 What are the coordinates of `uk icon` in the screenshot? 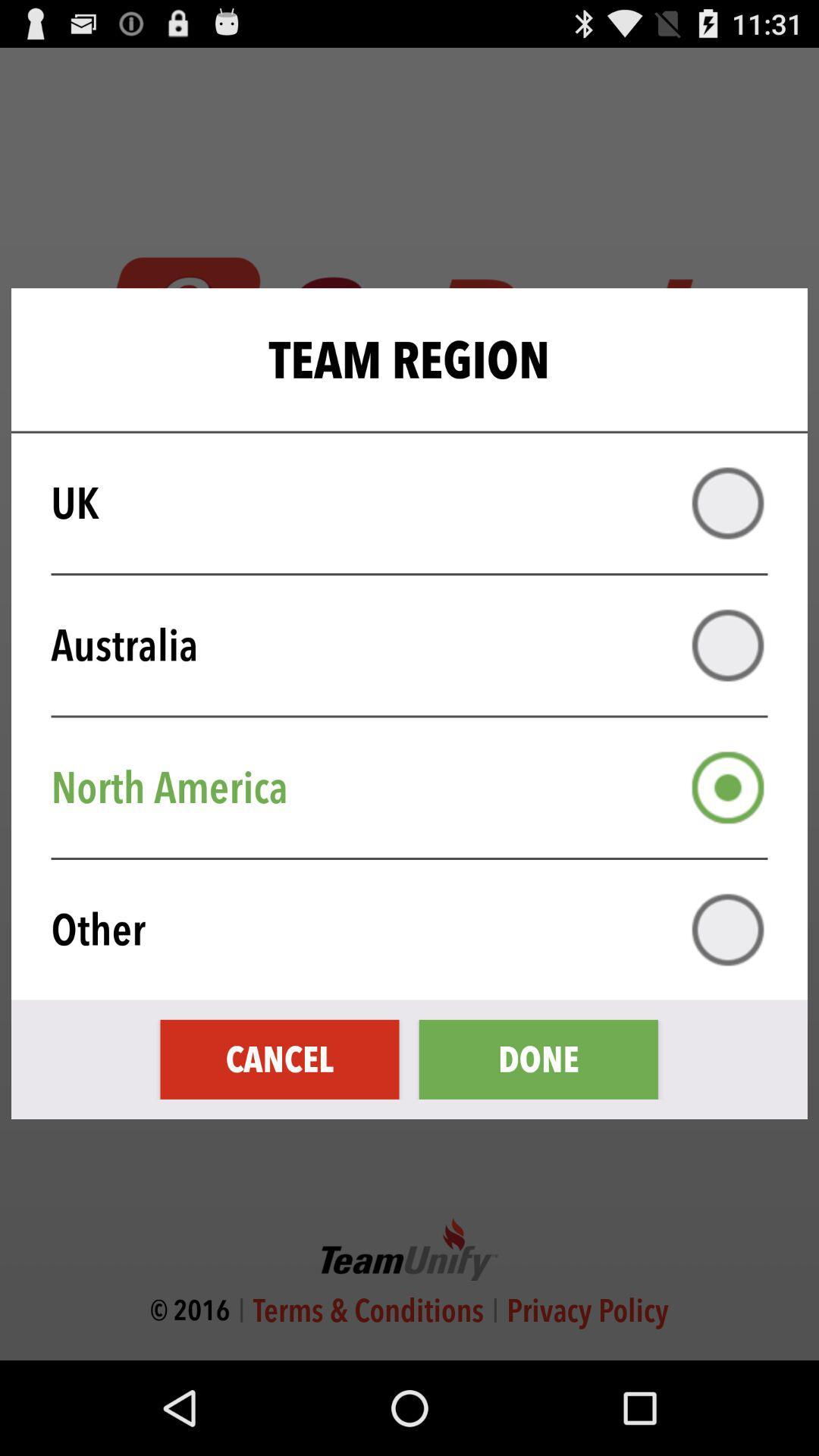 It's located at (419, 503).